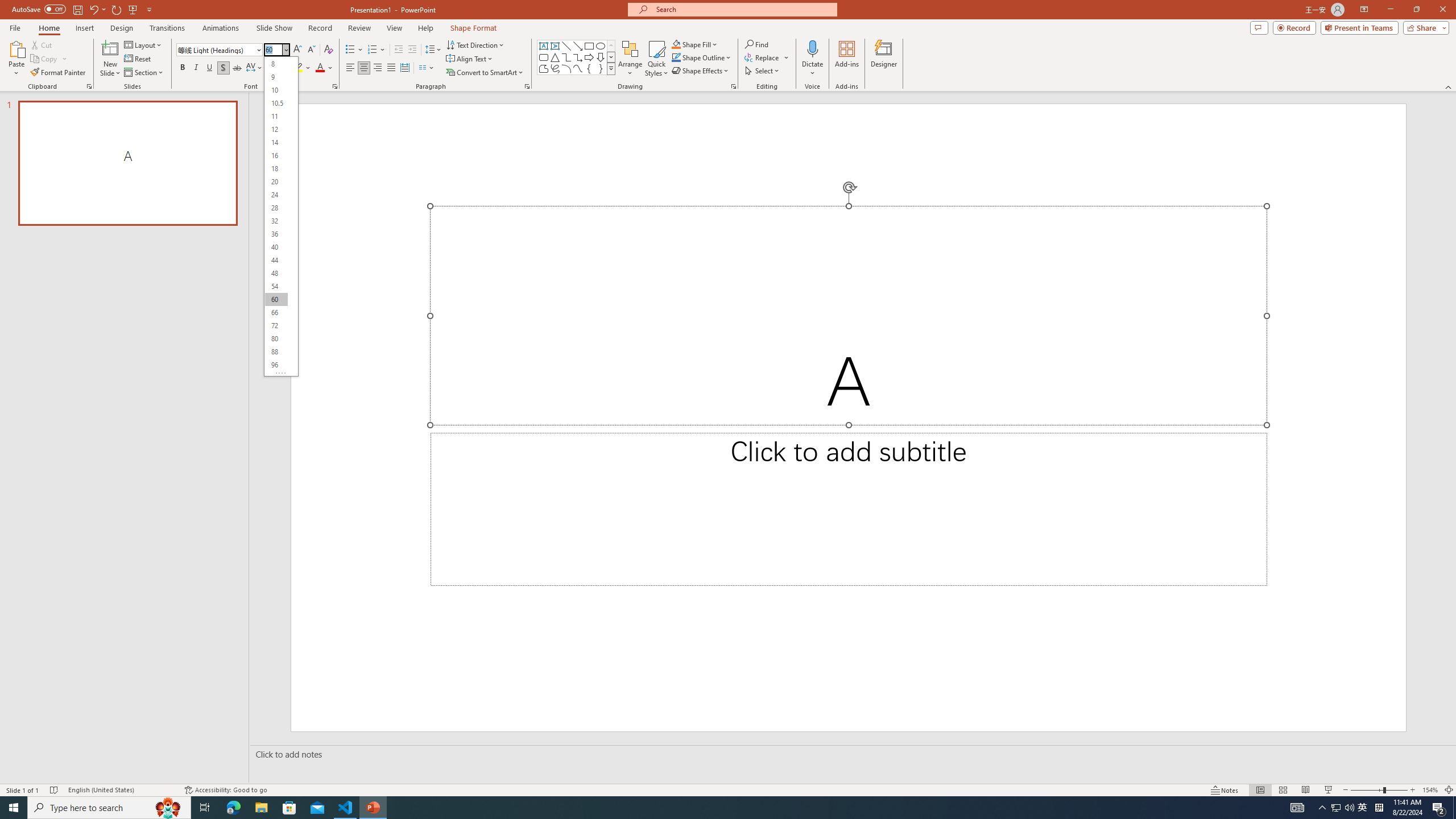 This screenshot has width=1456, height=819. I want to click on '8', so click(276, 63).